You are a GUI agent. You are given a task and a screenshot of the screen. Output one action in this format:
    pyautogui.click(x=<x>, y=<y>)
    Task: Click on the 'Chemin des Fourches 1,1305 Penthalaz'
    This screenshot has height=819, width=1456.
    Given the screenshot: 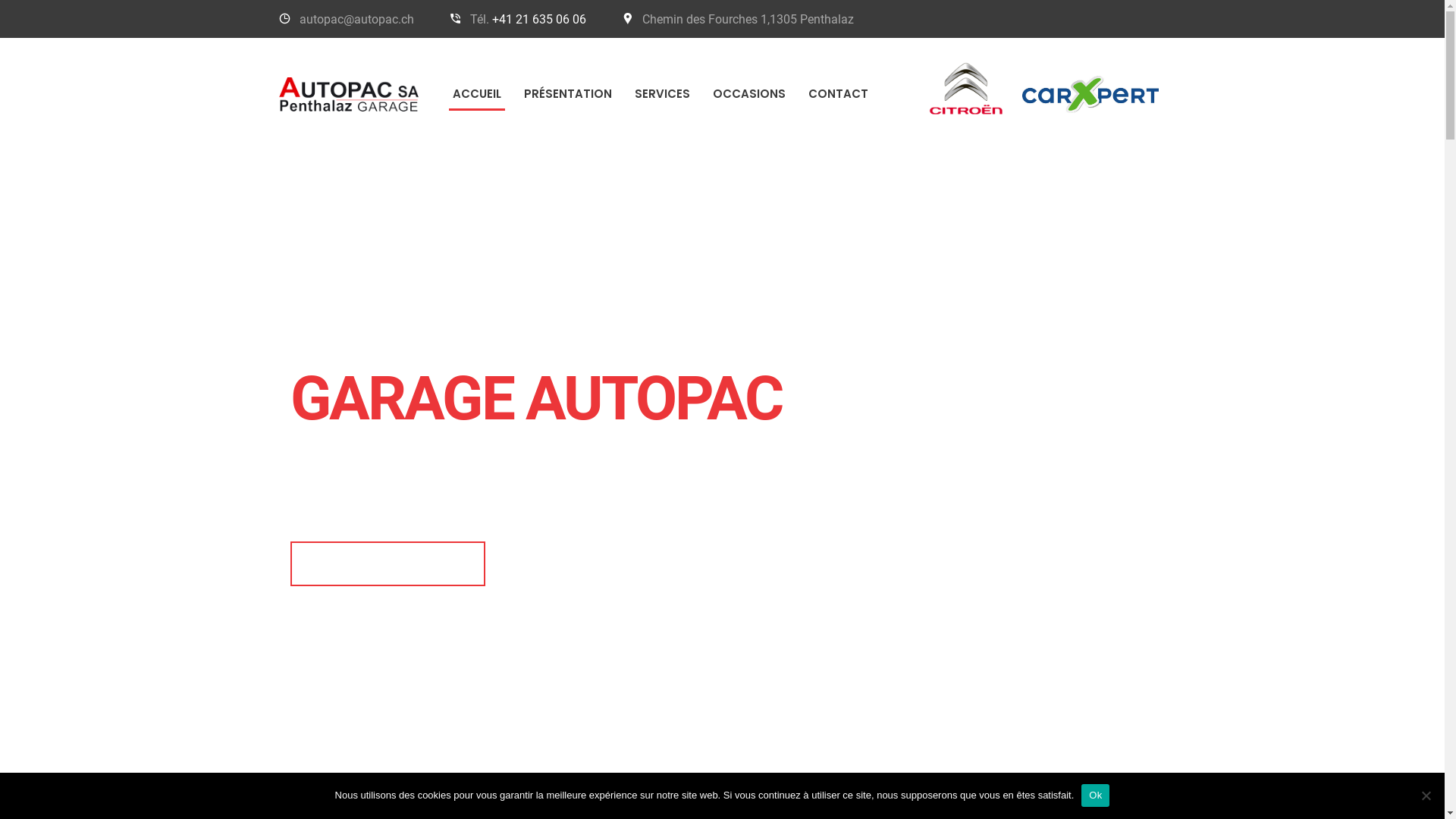 What is the action you would take?
    pyautogui.click(x=748, y=19)
    